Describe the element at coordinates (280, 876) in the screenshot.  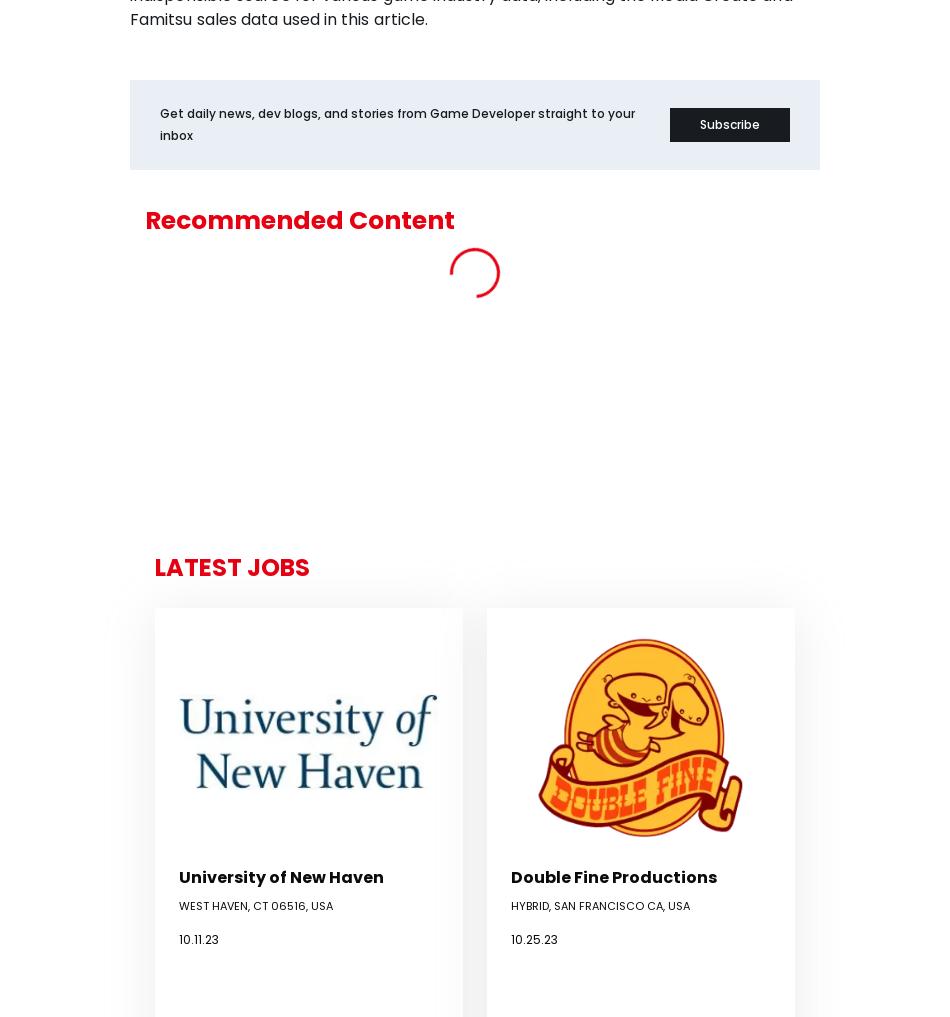
I see `'University of New Haven'` at that location.